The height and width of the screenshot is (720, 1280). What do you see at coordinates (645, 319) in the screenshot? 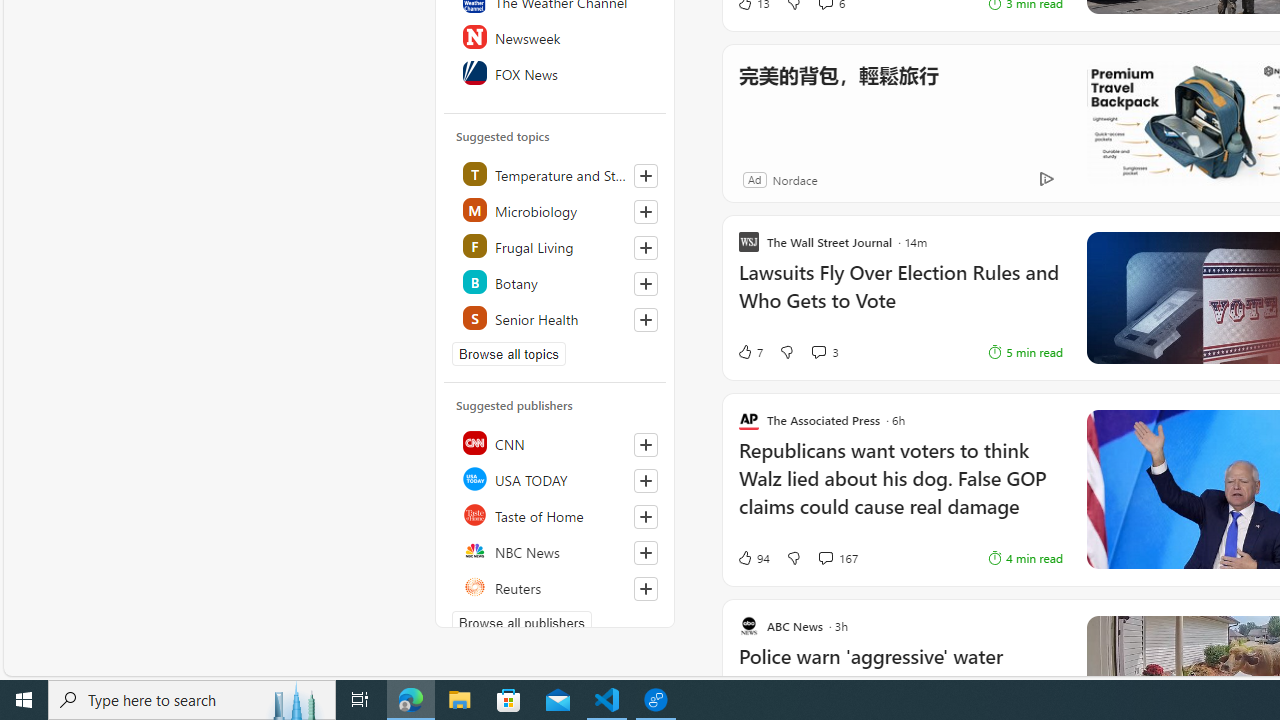
I see `'Follow this topic'` at bounding box center [645, 319].